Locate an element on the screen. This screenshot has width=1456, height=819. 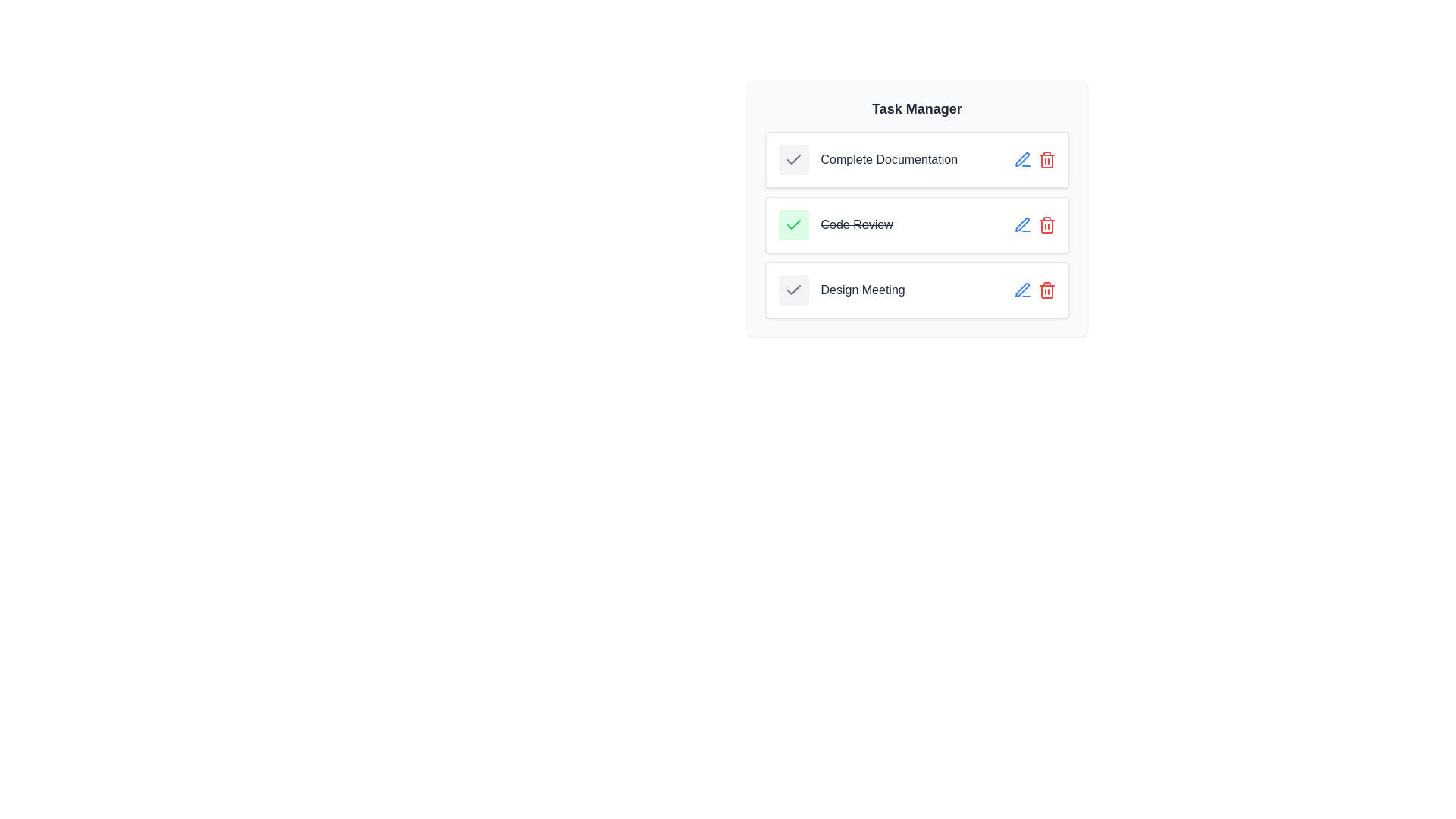
the static text label in the third row of the task list, which serves as a title for the corresponding task item is located at coordinates (863, 290).